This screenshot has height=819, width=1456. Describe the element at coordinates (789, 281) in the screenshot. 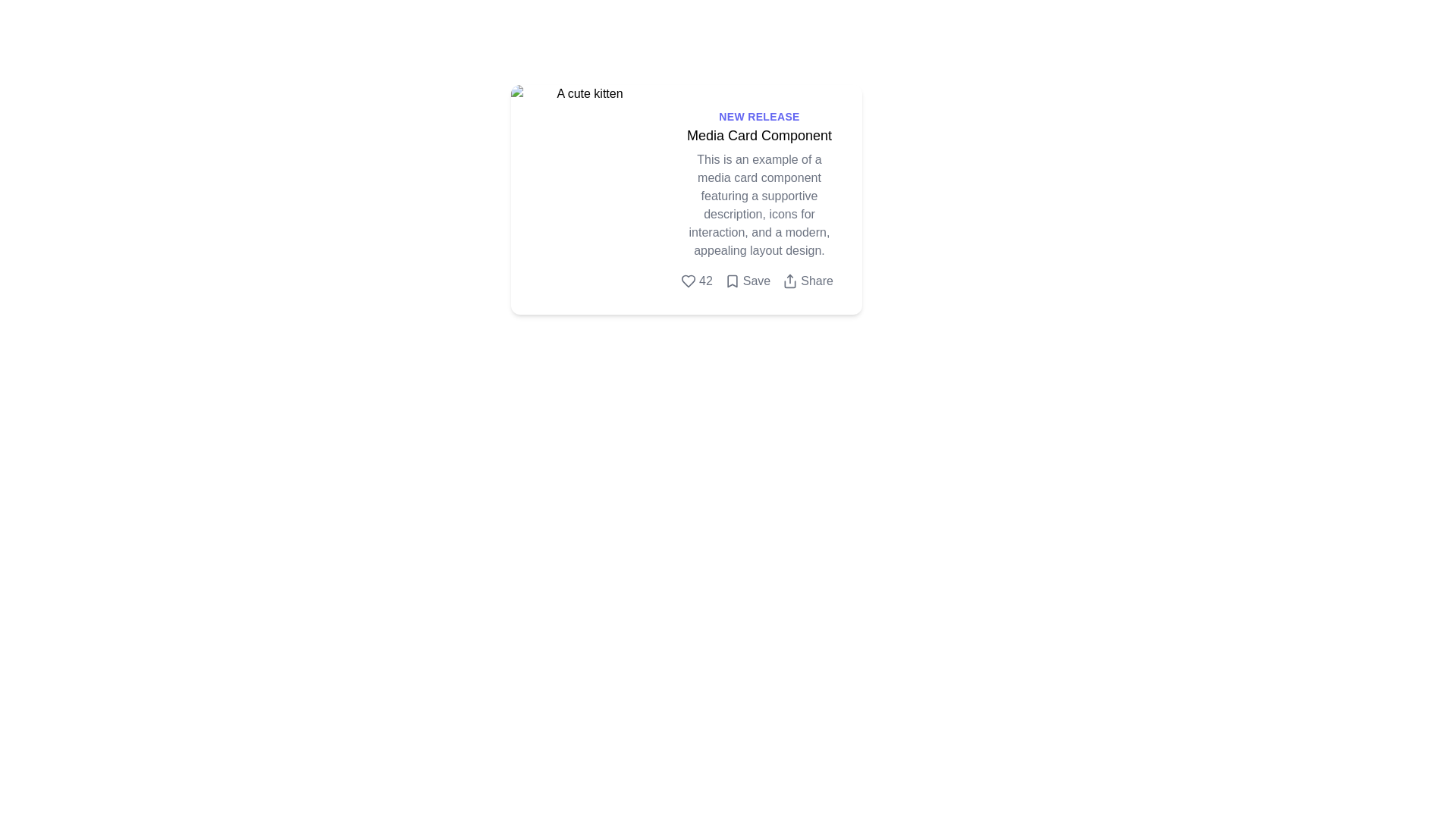

I see `the 'Share' icon located in the bottom-right corner of the widget card` at that location.